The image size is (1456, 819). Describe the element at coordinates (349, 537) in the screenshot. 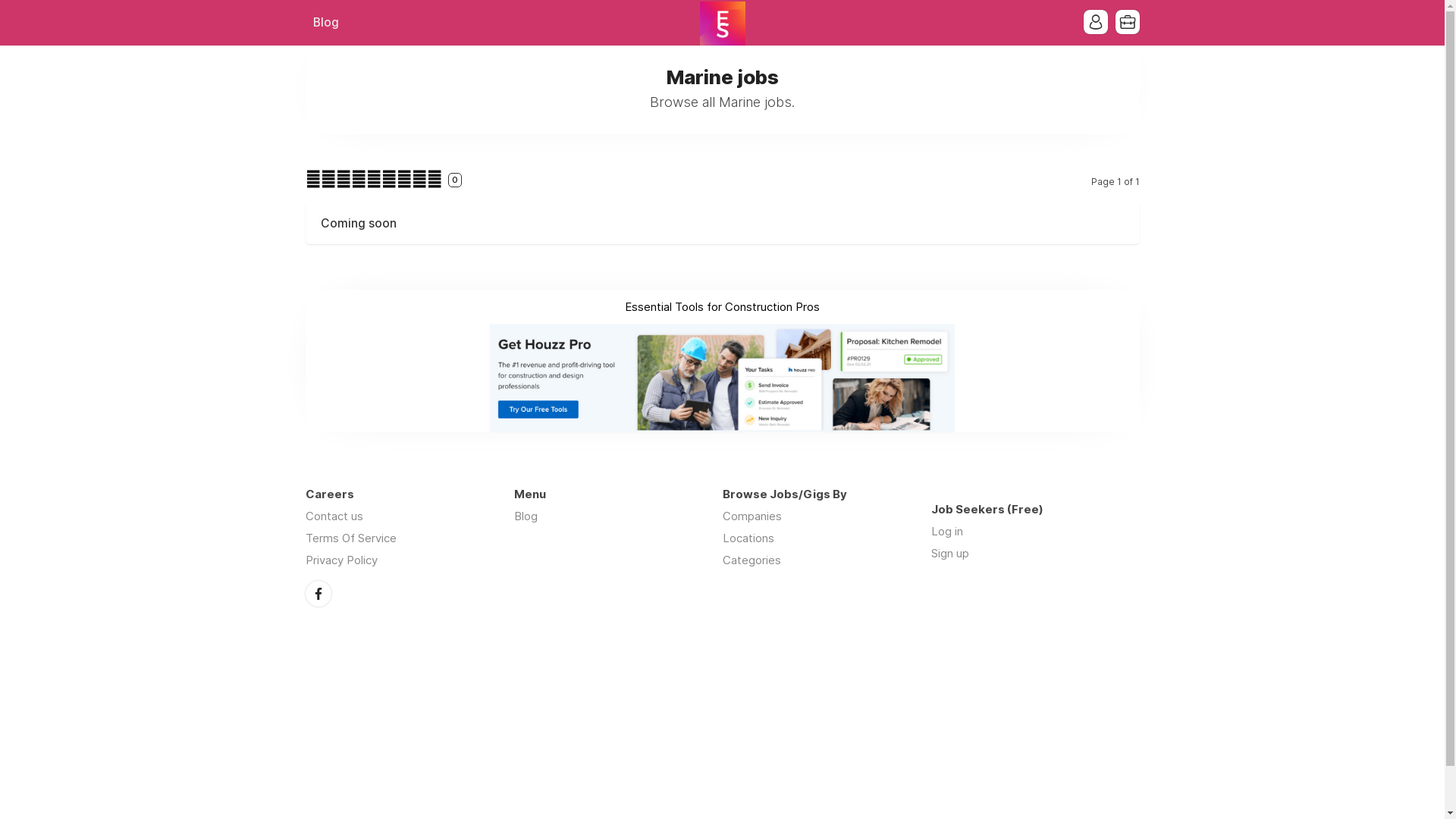

I see `'Terms Of Service'` at that location.